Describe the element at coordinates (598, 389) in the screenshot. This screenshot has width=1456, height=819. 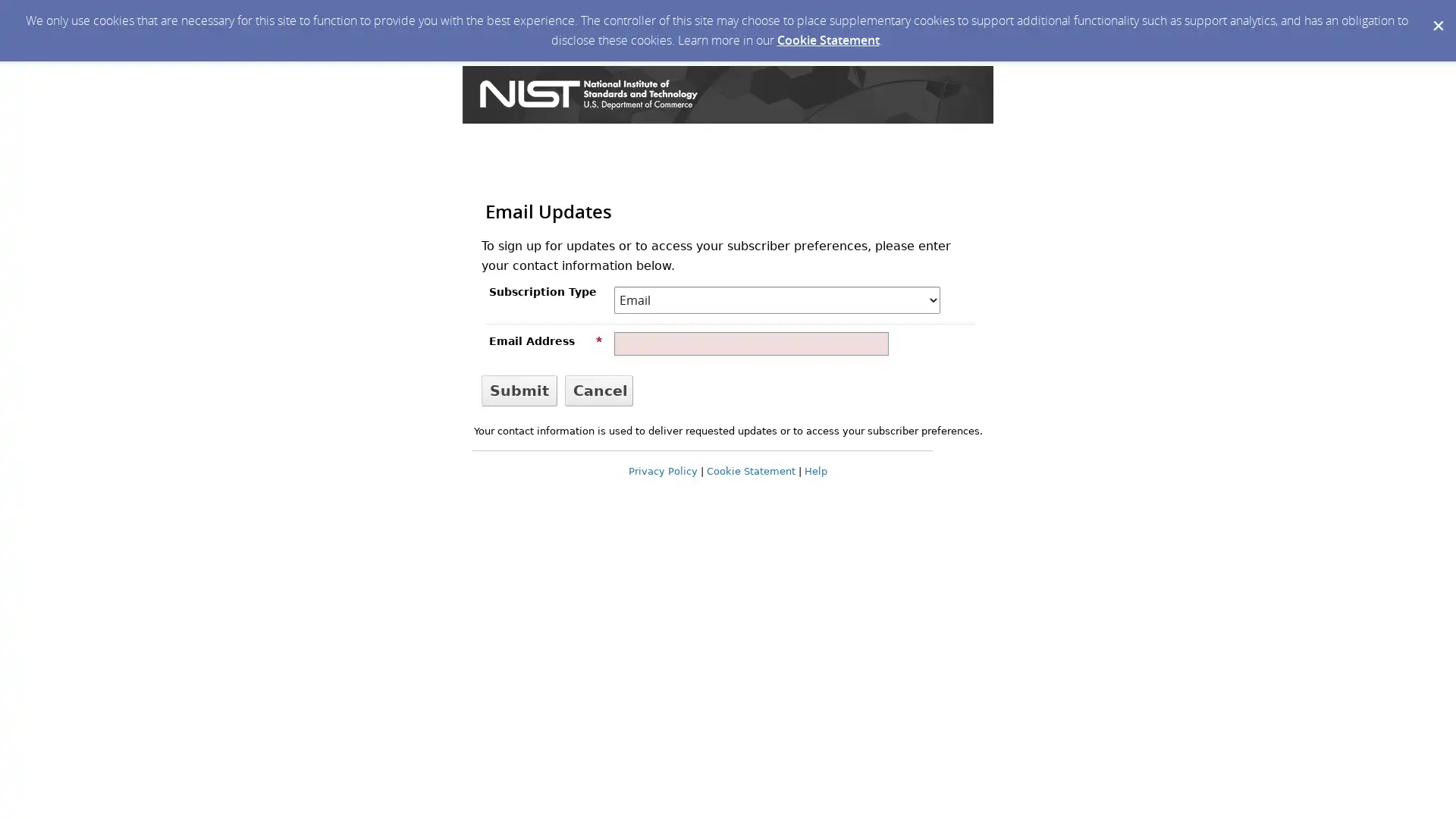
I see `Cancel` at that location.